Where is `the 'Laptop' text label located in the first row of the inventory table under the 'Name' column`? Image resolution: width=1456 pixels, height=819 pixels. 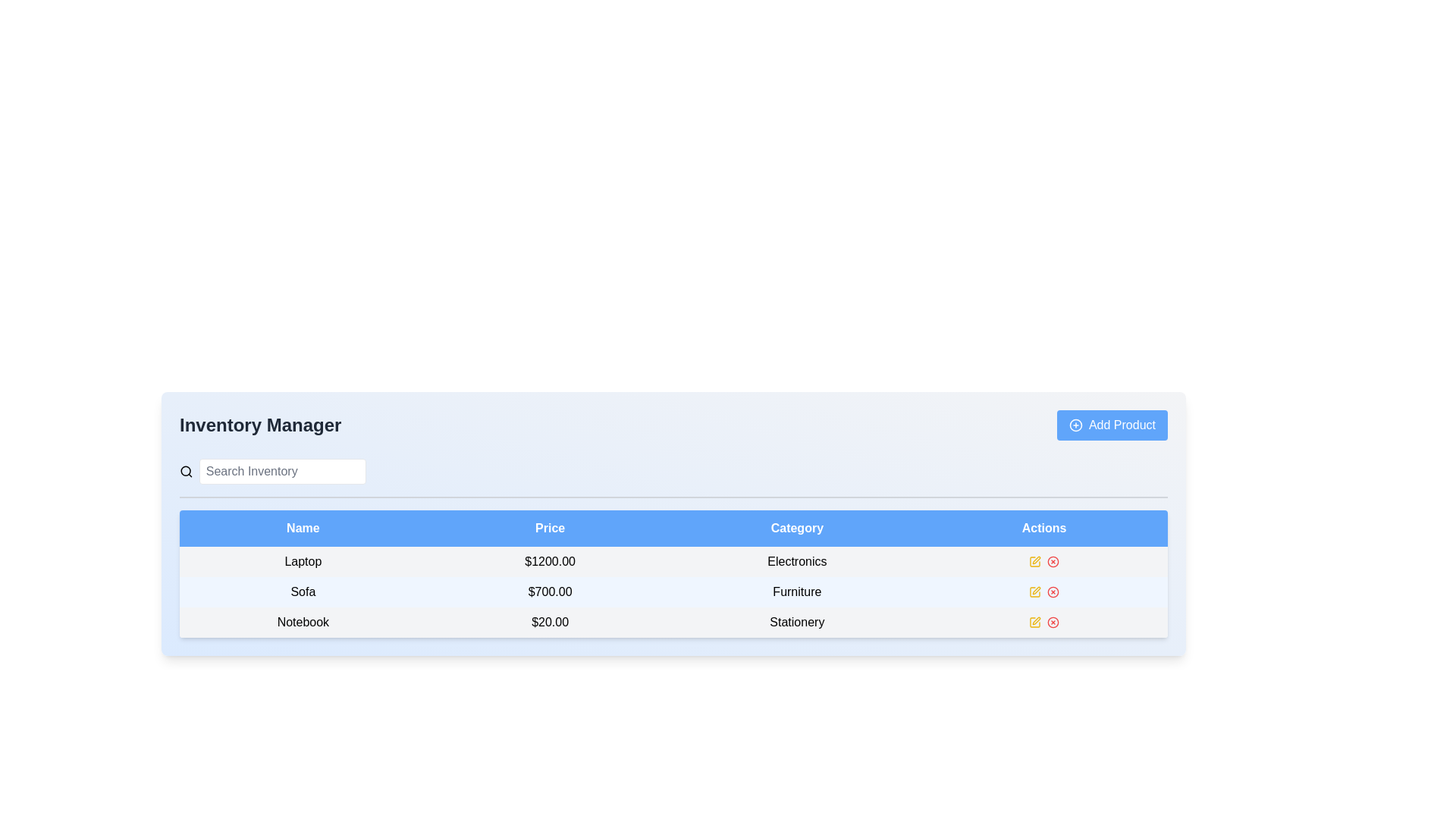
the 'Laptop' text label located in the first row of the inventory table under the 'Name' column is located at coordinates (303, 561).